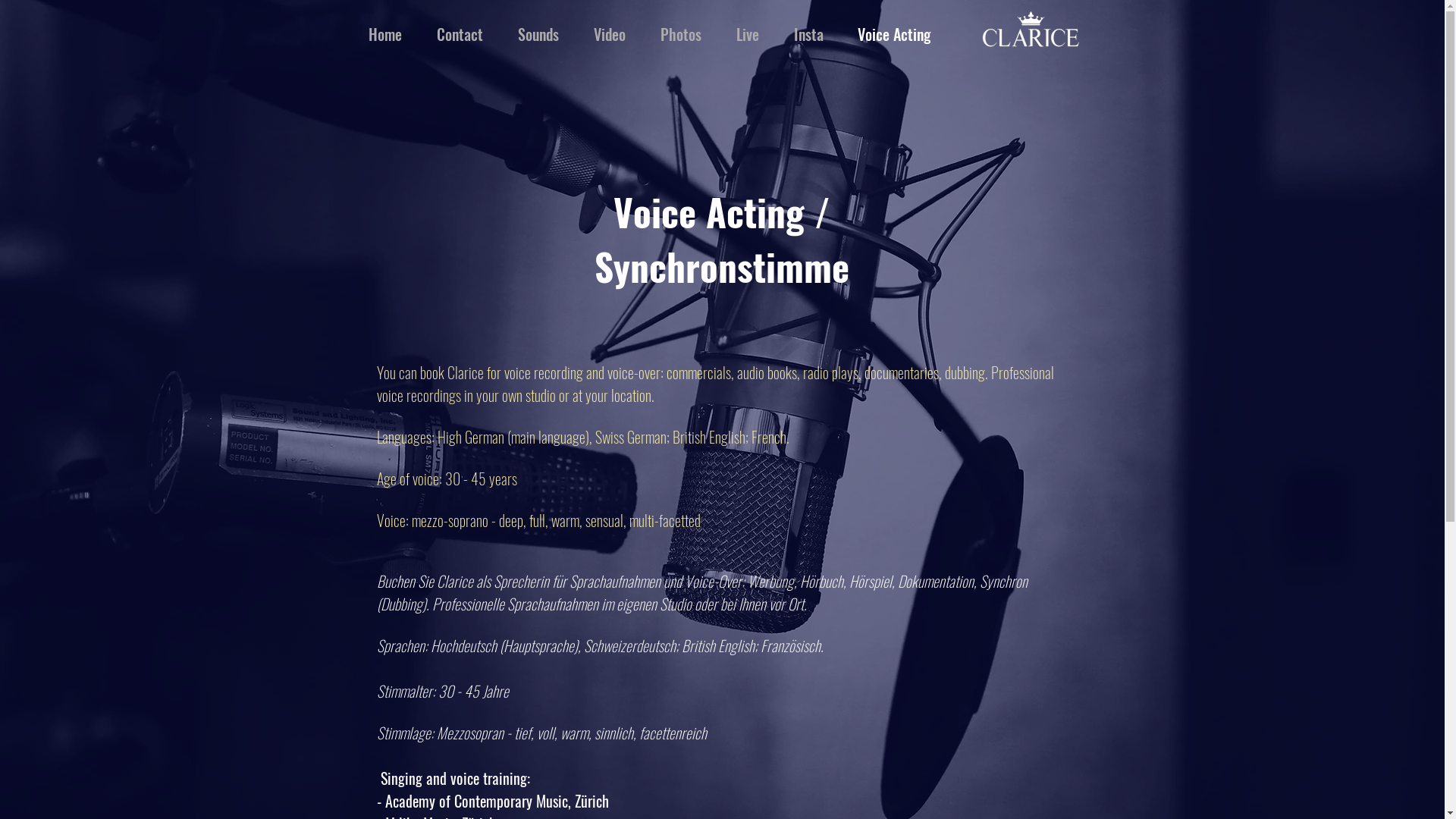  What do you see at coordinates (747, 34) in the screenshot?
I see `'Live'` at bounding box center [747, 34].